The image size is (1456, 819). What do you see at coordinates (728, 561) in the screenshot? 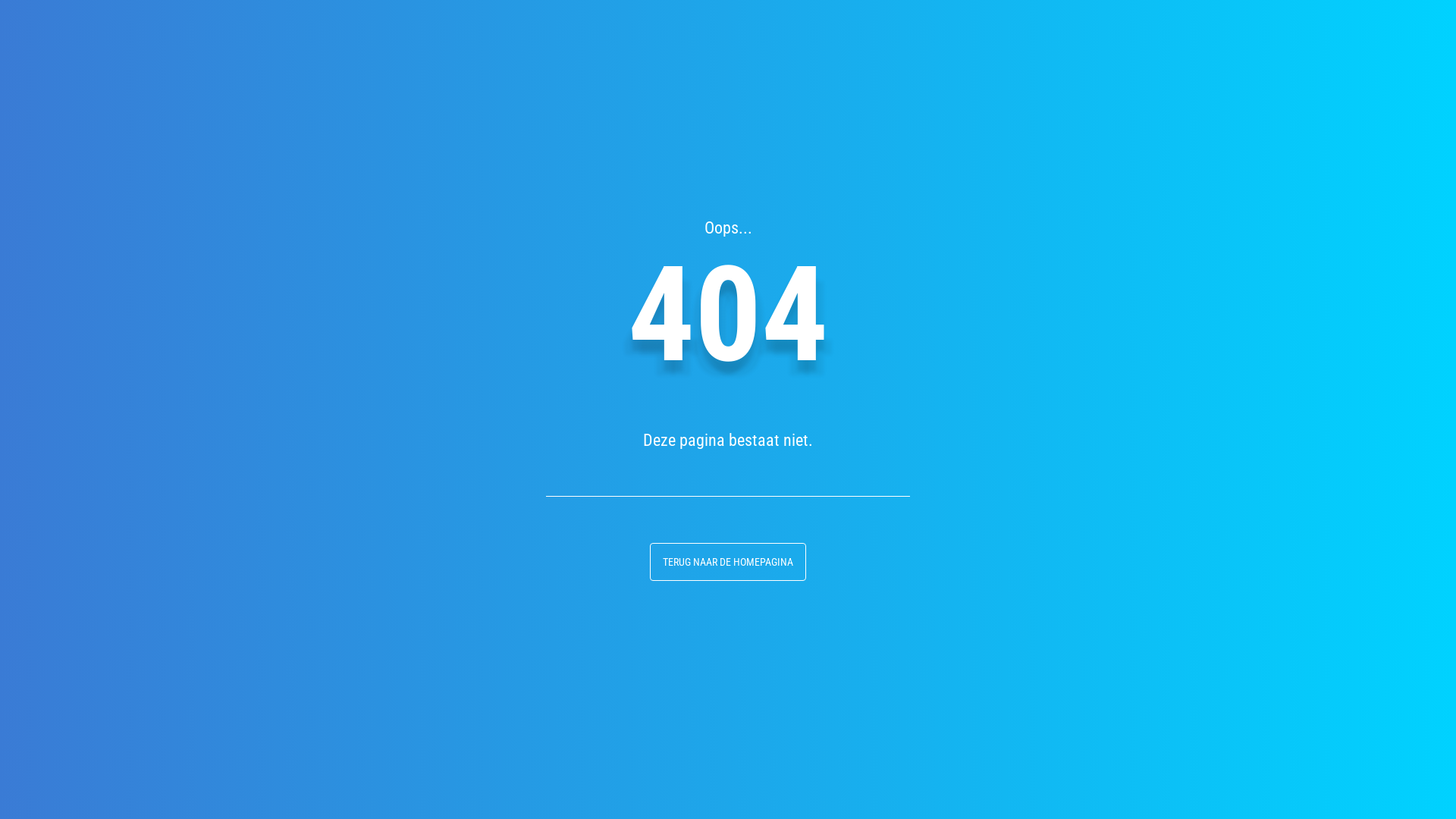
I see `'TERUG NAAR DE HOMEPAGINA'` at bounding box center [728, 561].